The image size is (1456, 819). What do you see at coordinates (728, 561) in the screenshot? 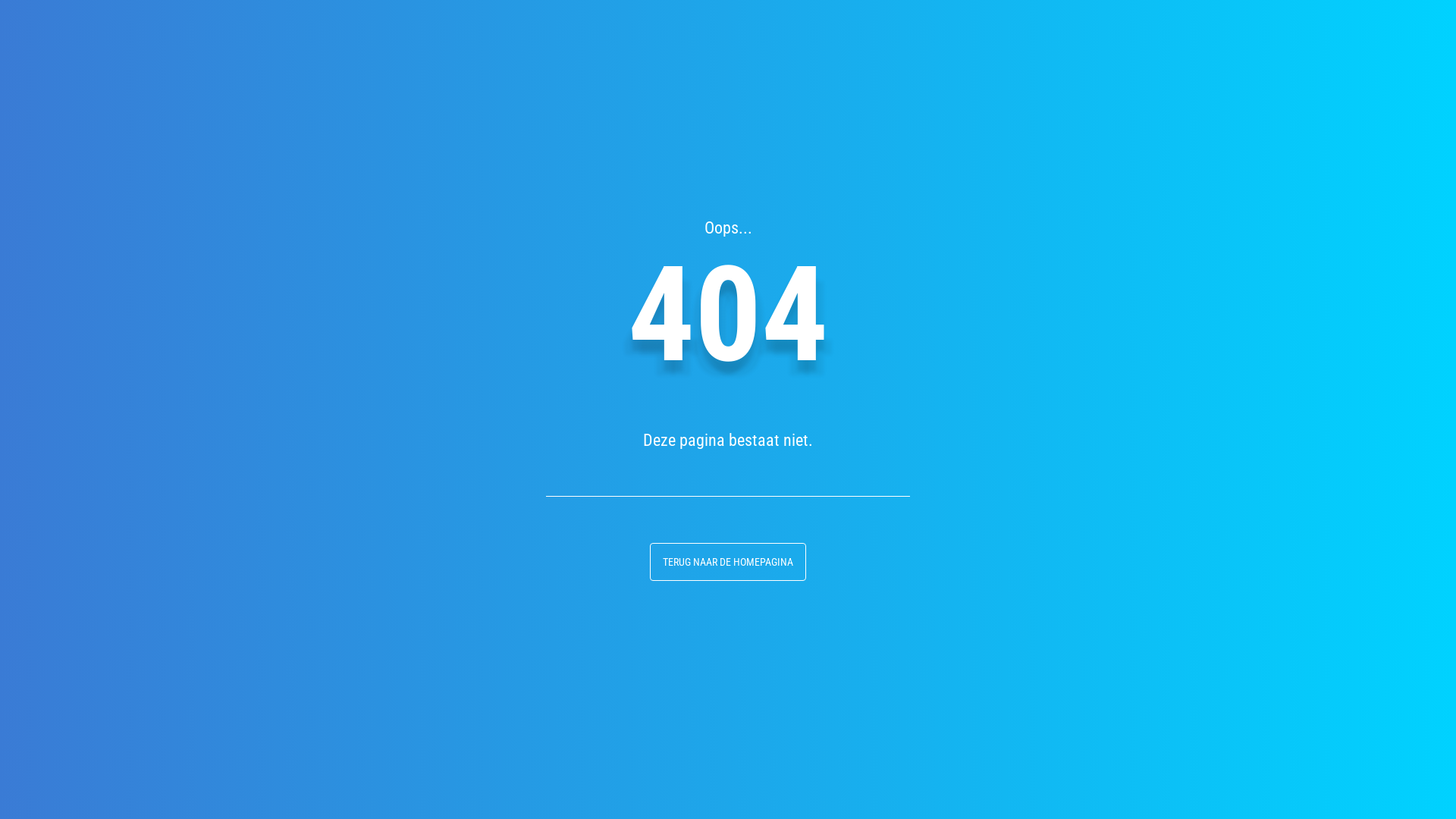
I see `'TERUG NAAR DE HOMEPAGINA'` at bounding box center [728, 561].